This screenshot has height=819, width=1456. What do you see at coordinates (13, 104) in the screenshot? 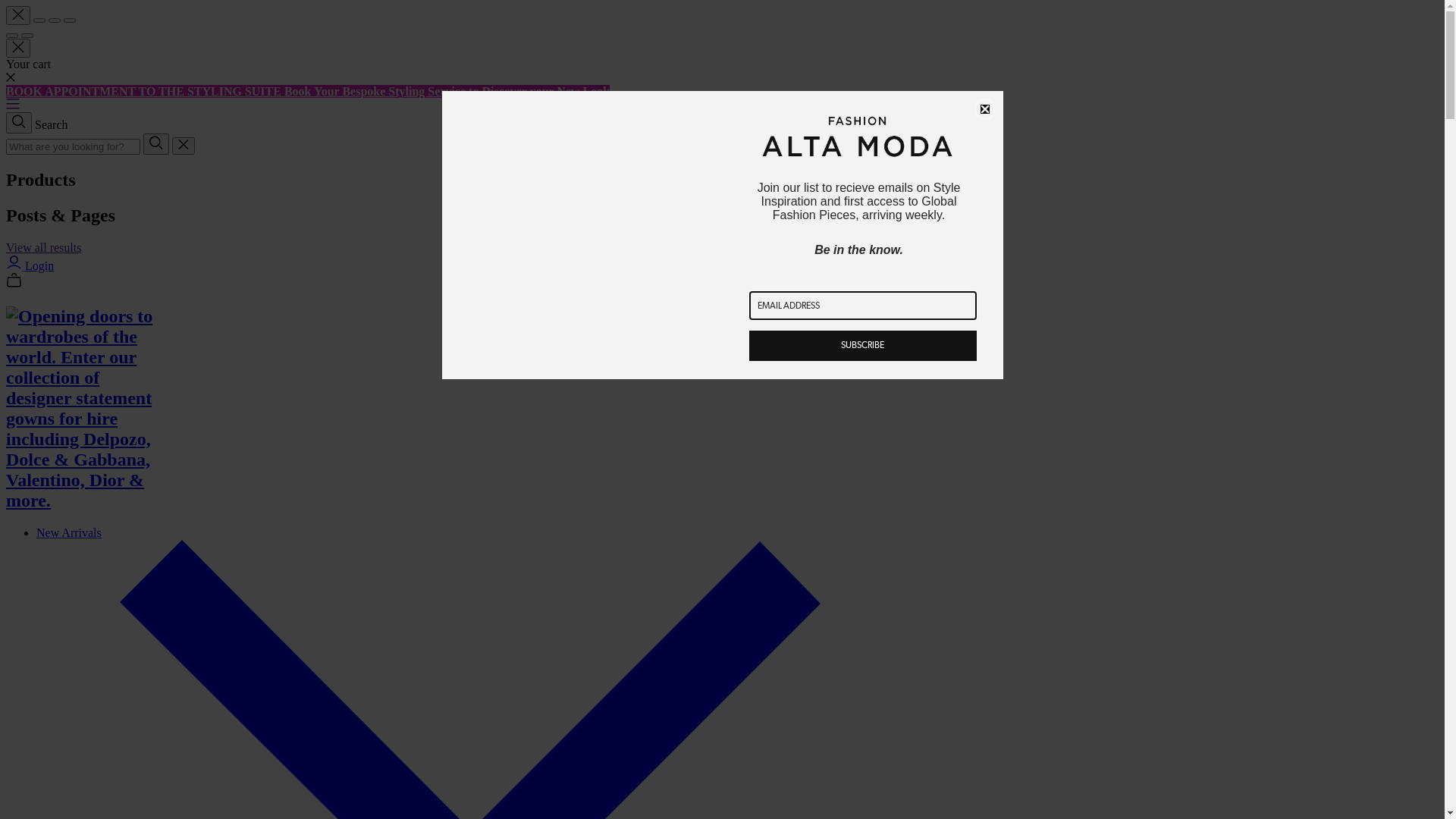
I see `'Menu Icon'` at bounding box center [13, 104].